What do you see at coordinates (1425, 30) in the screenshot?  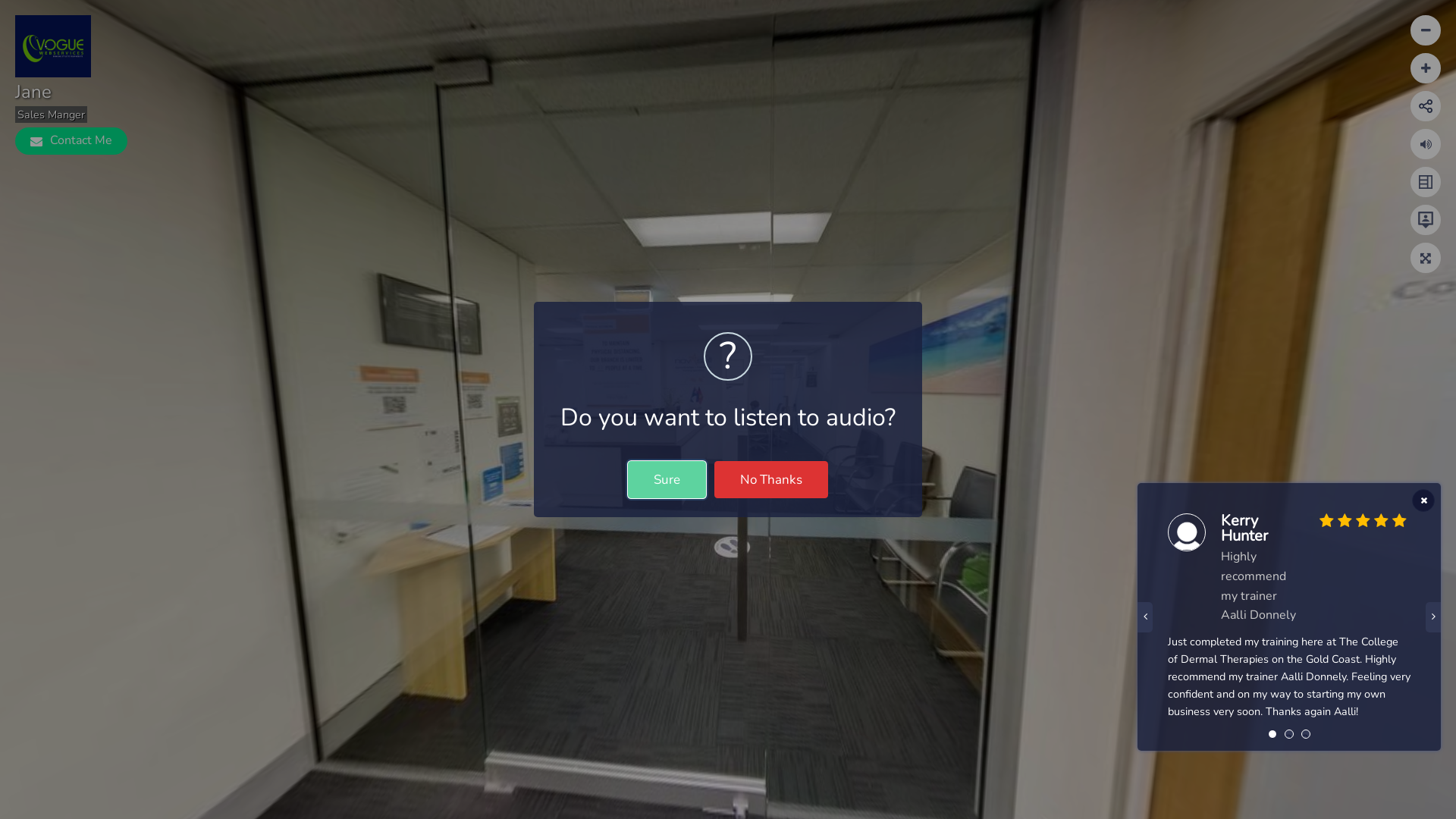 I see `'Zoom In'` at bounding box center [1425, 30].